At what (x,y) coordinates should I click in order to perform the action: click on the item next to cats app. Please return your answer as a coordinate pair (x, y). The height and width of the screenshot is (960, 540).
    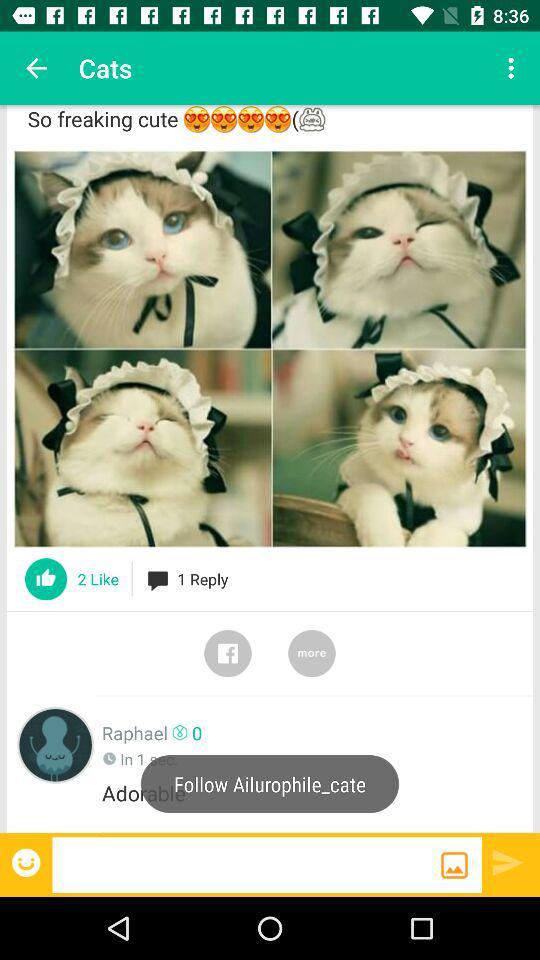
    Looking at the image, I should click on (36, 68).